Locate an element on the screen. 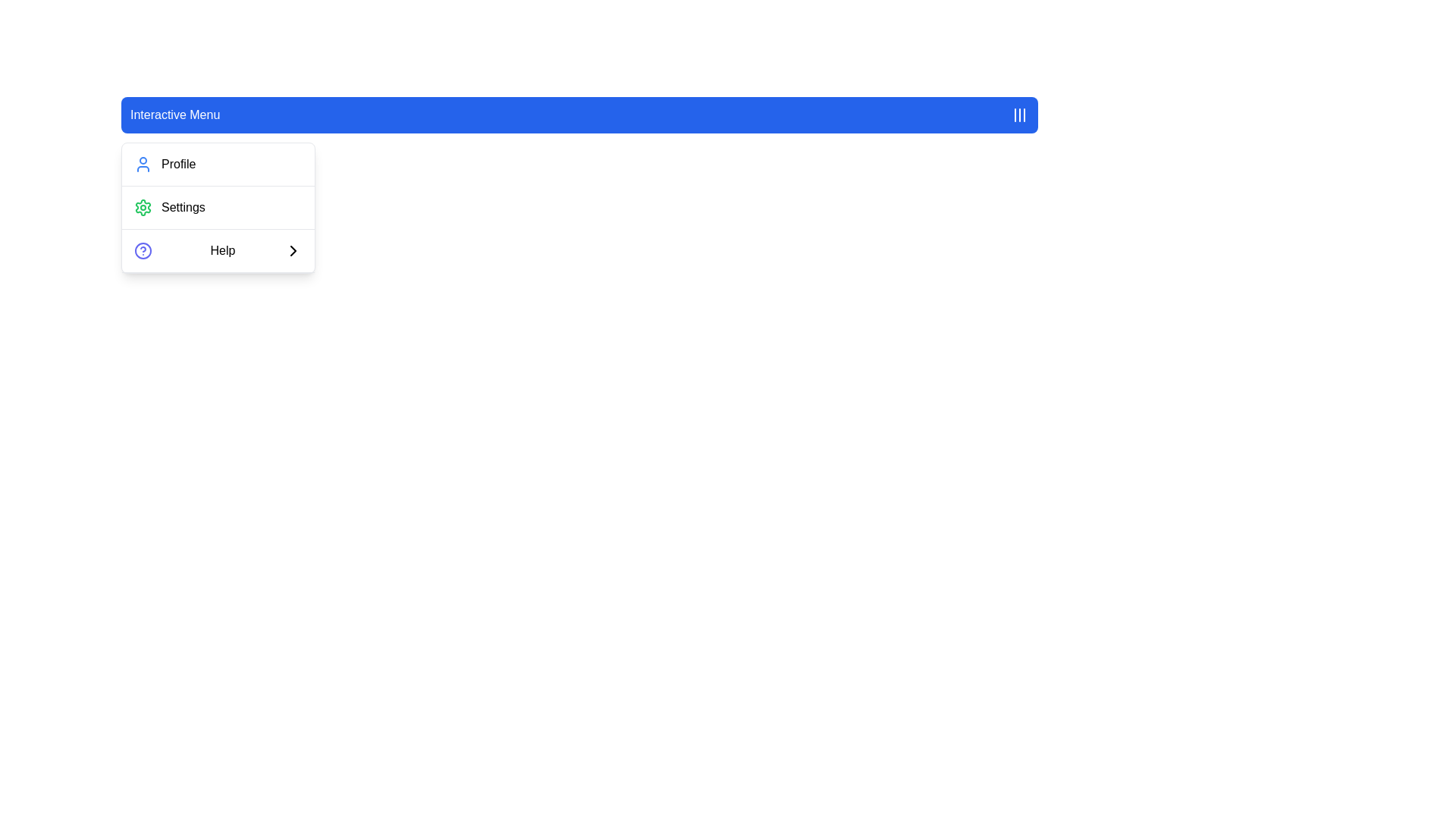 The image size is (1456, 819). the 'Settings' menu item located in the dropdown menu directly below 'Profile' and above 'Help' is located at coordinates (218, 208).